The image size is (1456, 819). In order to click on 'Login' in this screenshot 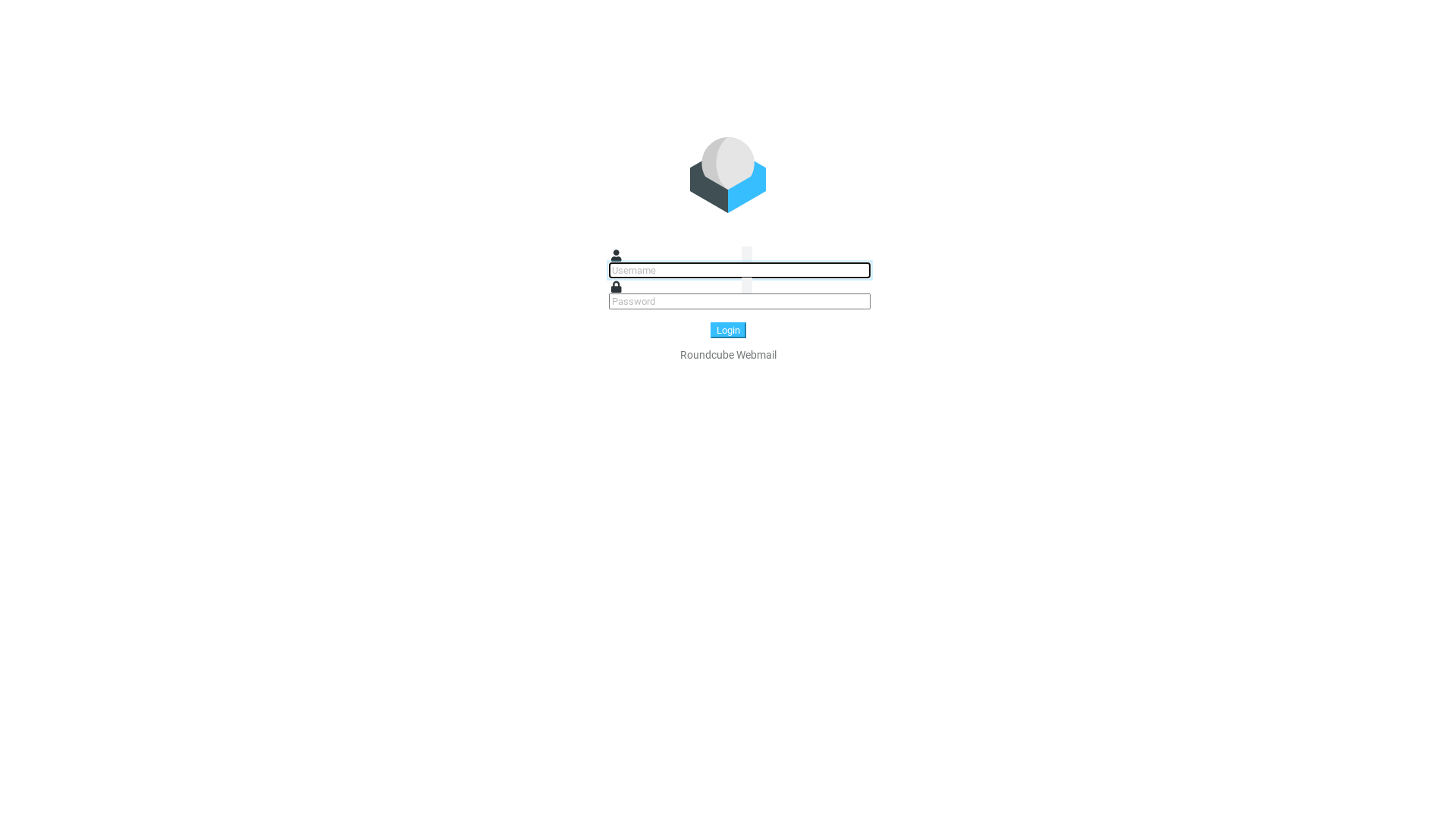, I will do `click(726, 329)`.